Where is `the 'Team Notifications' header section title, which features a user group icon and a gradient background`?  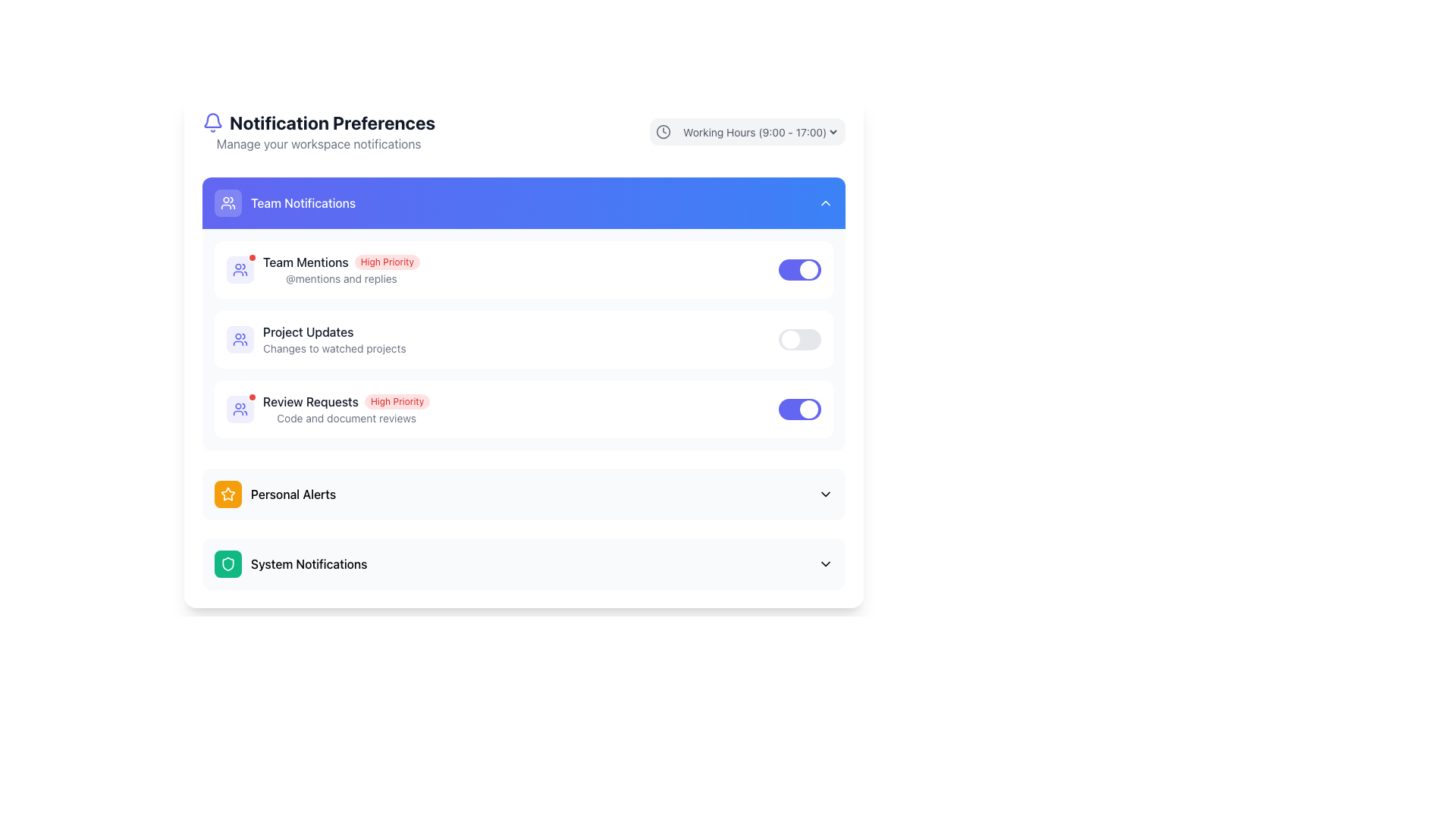
the 'Team Notifications' header section title, which features a user group icon and a gradient background is located at coordinates (285, 202).